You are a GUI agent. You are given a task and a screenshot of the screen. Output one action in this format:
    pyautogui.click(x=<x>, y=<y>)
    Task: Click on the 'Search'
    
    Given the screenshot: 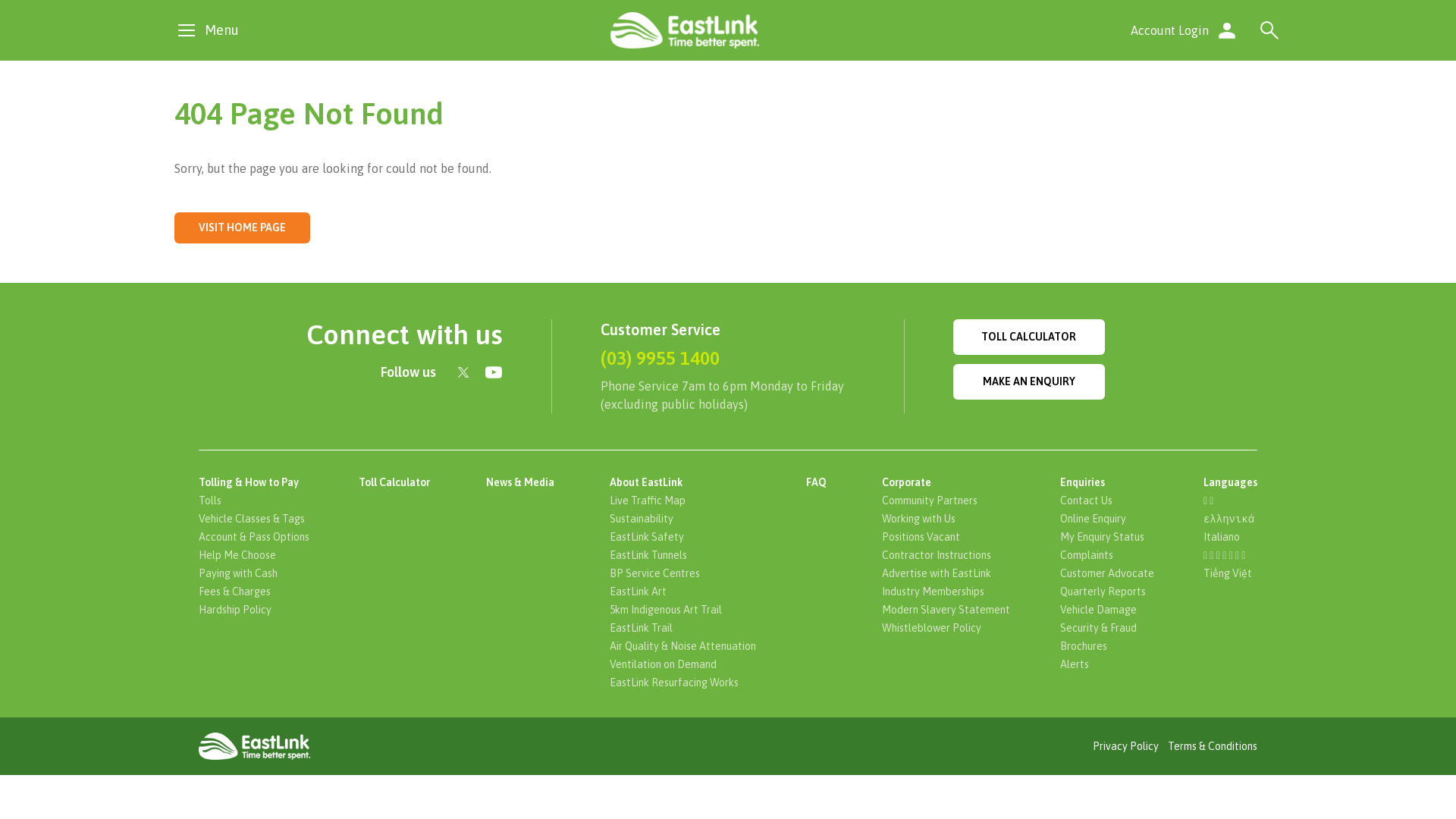 What is the action you would take?
    pyautogui.click(x=1269, y=30)
    